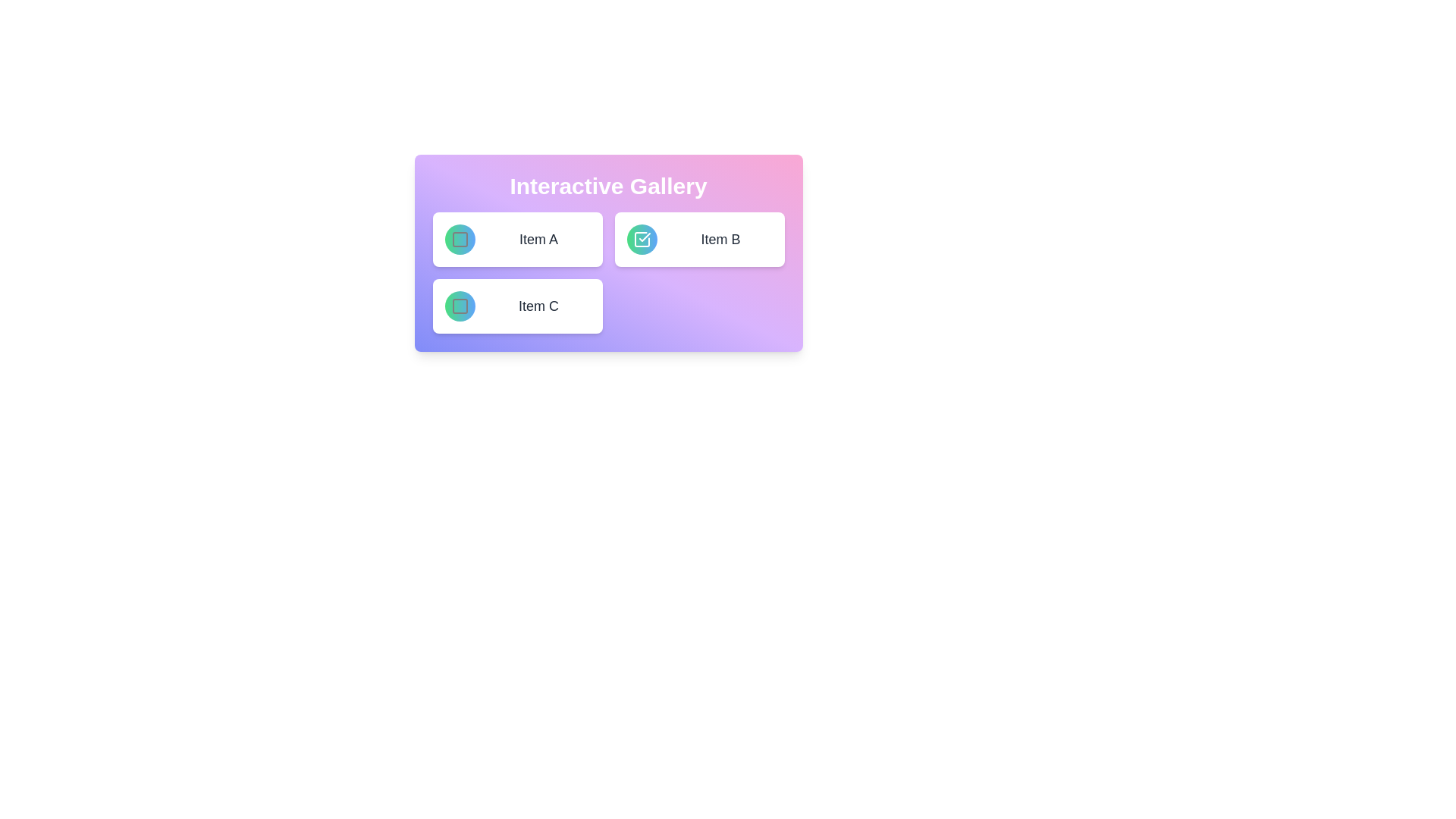 The width and height of the screenshot is (1456, 819). Describe the element at coordinates (459, 239) in the screenshot. I see `the decorative square-shaped icon with rounded corners that is styled with a gradient fill transitioning from green to blue, located at the top-left corner of the 'Item A' section in the 'Interactive Gallery'` at that location.